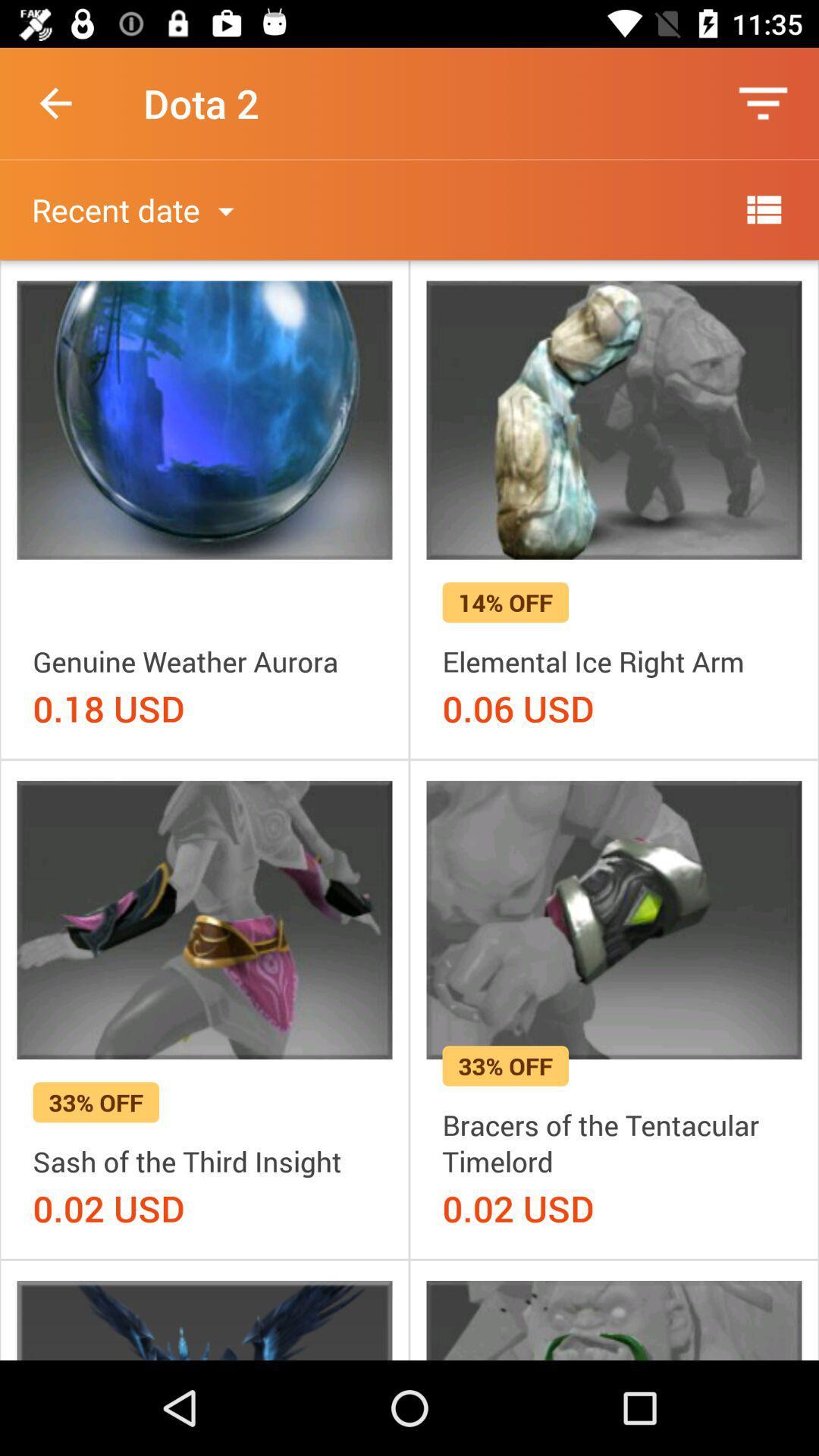 The height and width of the screenshot is (1456, 819). What do you see at coordinates (55, 102) in the screenshot?
I see `the icon next to dota 2 icon` at bounding box center [55, 102].